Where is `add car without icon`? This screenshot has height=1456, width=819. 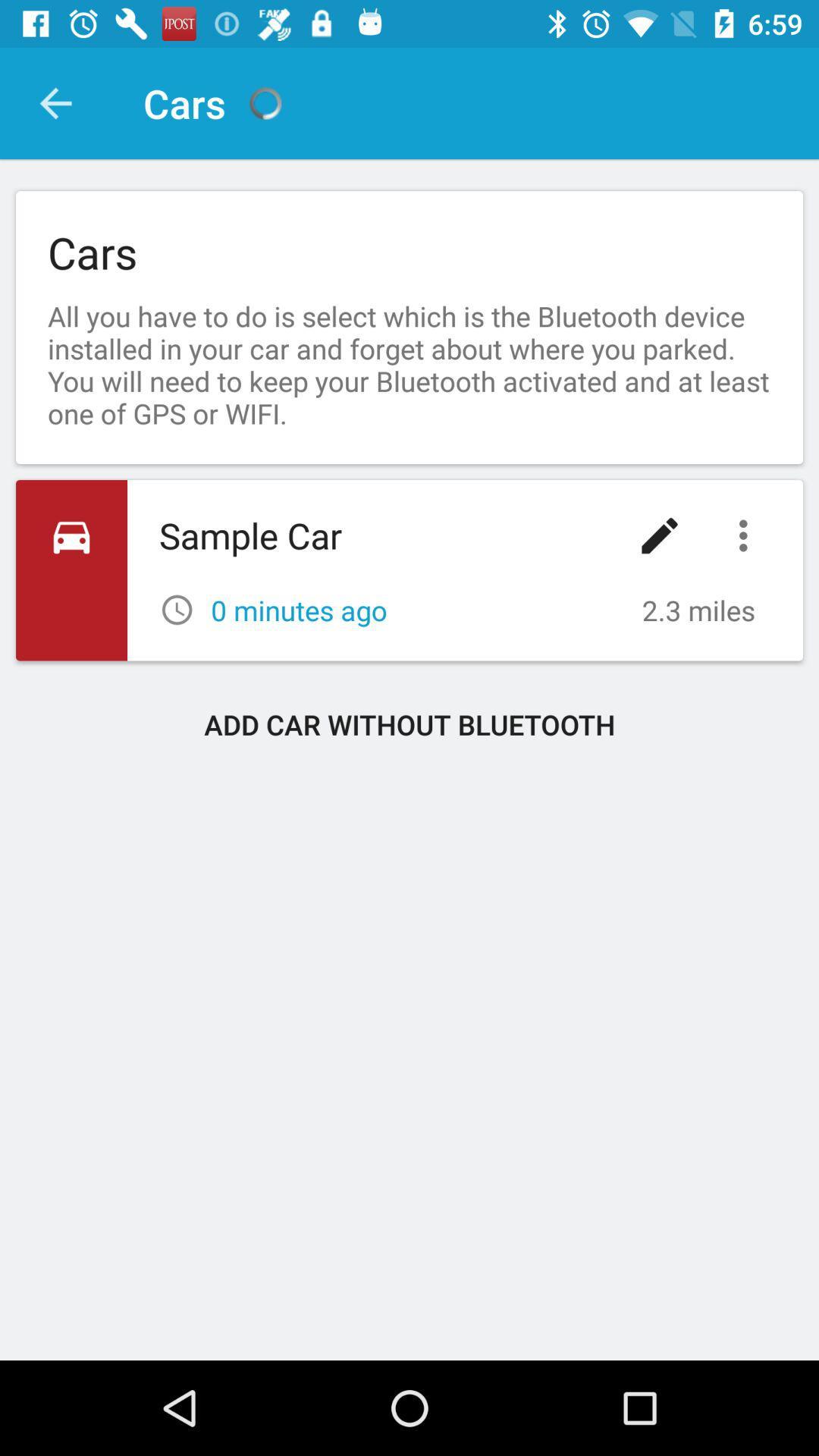
add car without icon is located at coordinates (409, 723).